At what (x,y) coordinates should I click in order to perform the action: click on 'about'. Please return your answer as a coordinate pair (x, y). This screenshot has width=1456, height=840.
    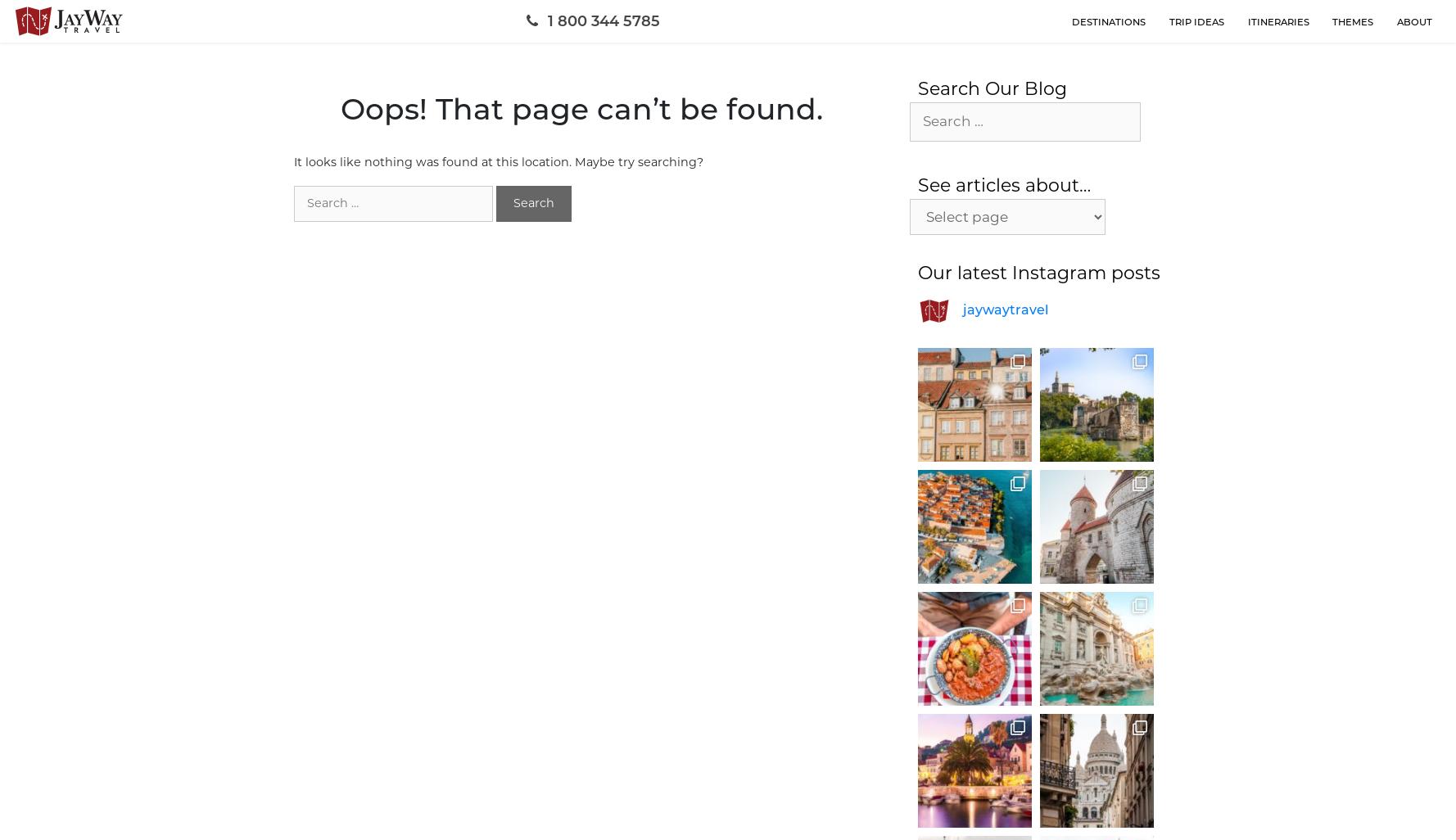
    Looking at the image, I should click on (1413, 20).